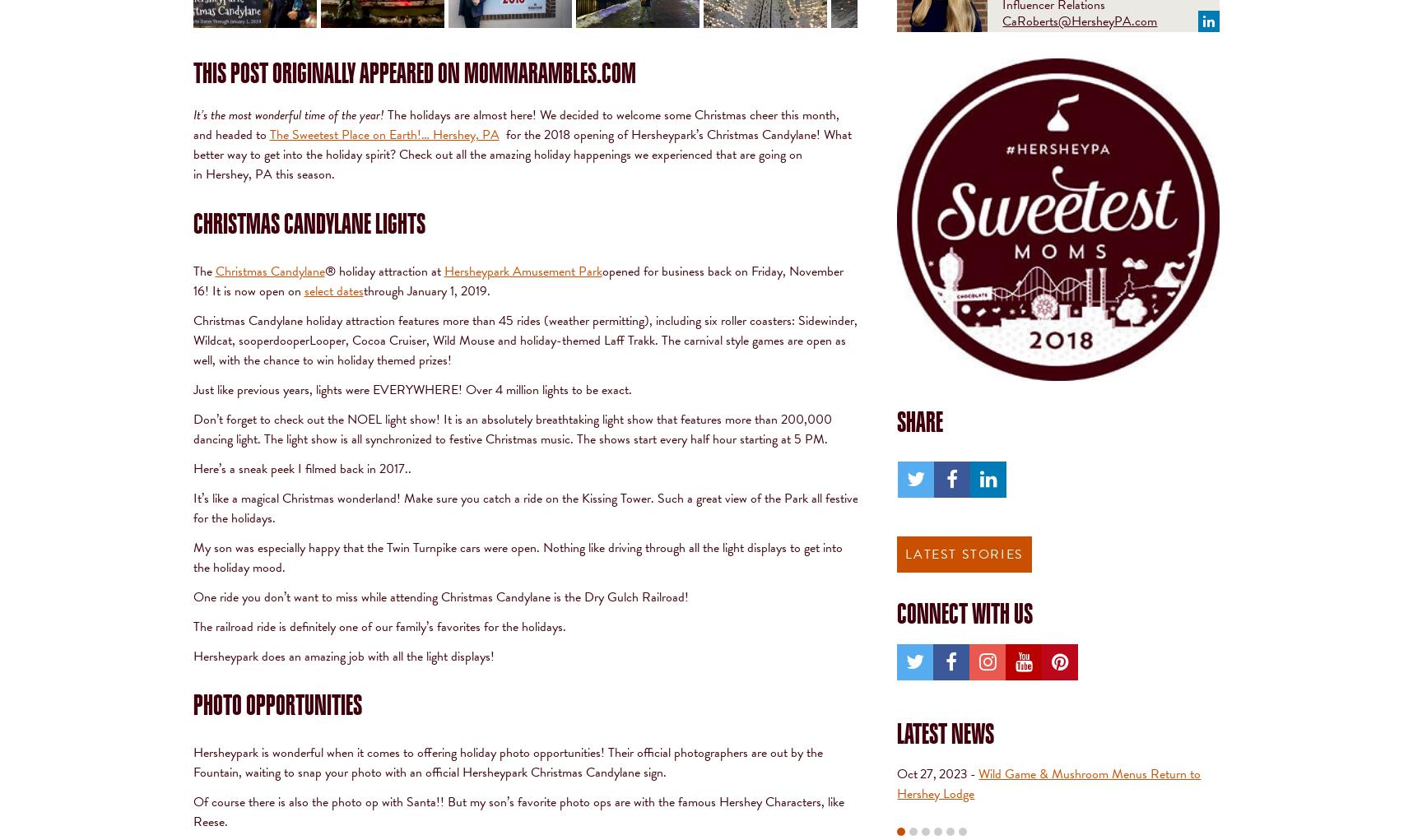 This screenshot has width=1413, height=840. Describe the element at coordinates (426, 289) in the screenshot. I see `'through January 1, 2019.'` at that location.